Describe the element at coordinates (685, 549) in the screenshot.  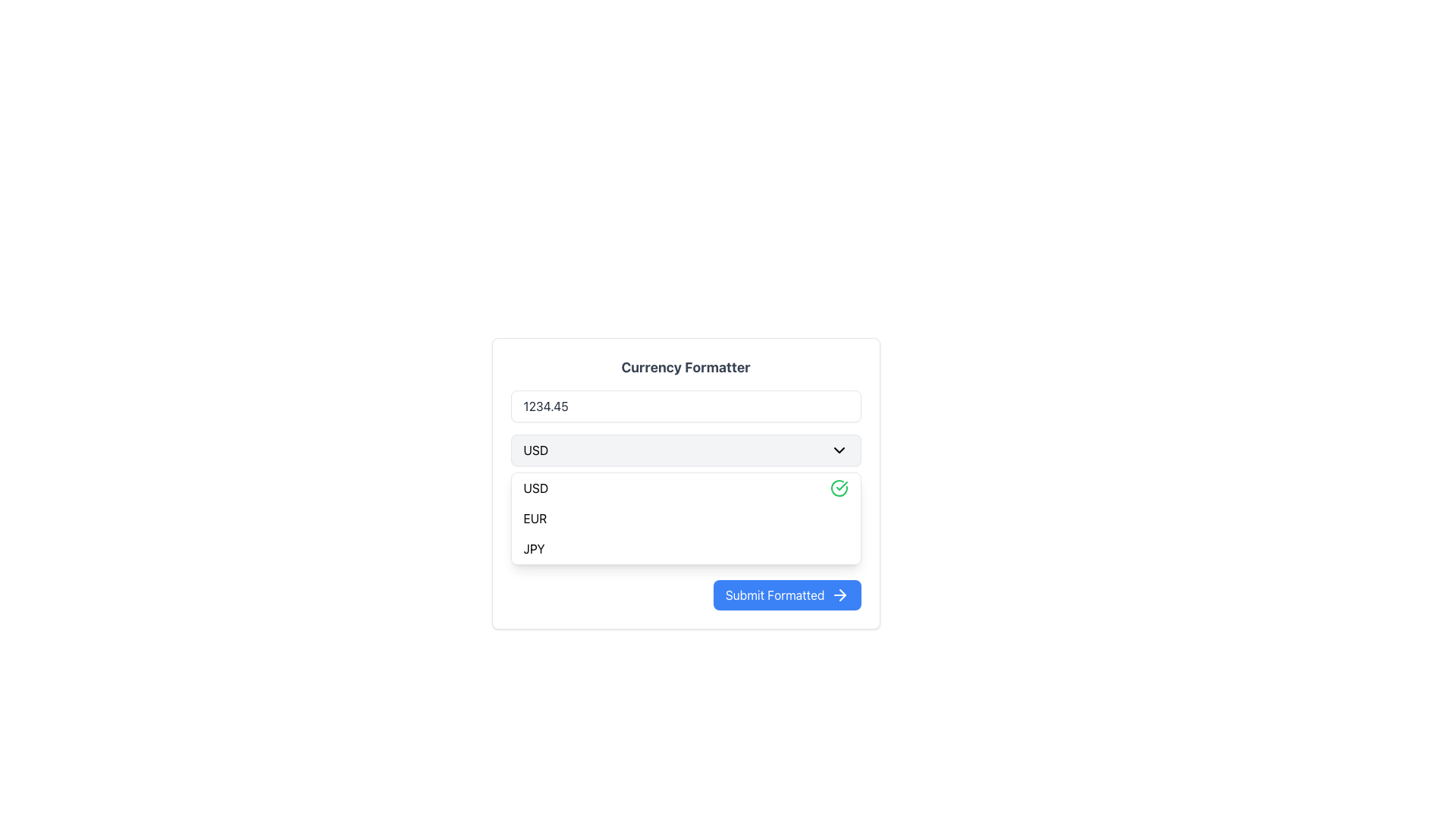
I see `the selectable option for 'JPY' in the dropdown menu` at that location.